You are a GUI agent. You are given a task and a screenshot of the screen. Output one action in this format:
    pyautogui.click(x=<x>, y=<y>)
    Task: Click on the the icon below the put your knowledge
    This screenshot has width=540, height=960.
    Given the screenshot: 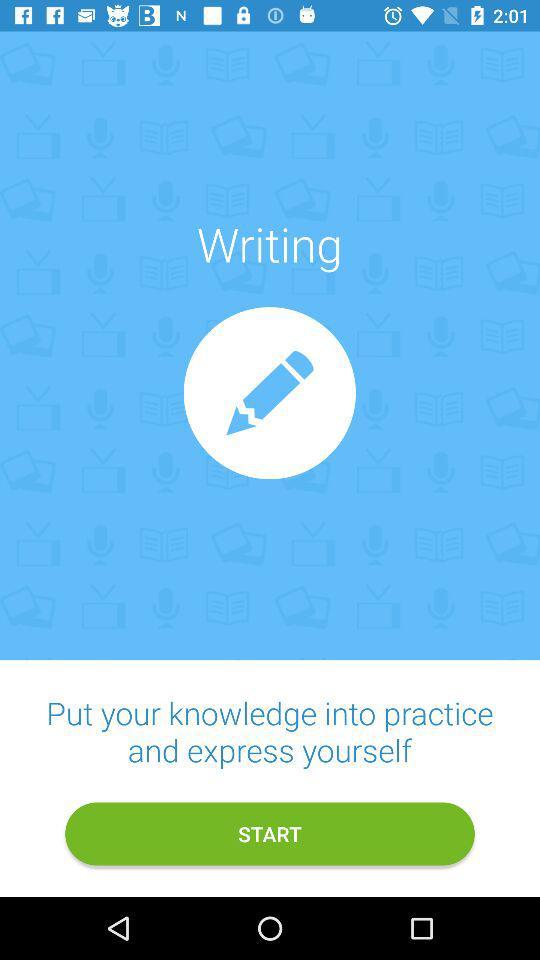 What is the action you would take?
    pyautogui.click(x=270, y=834)
    